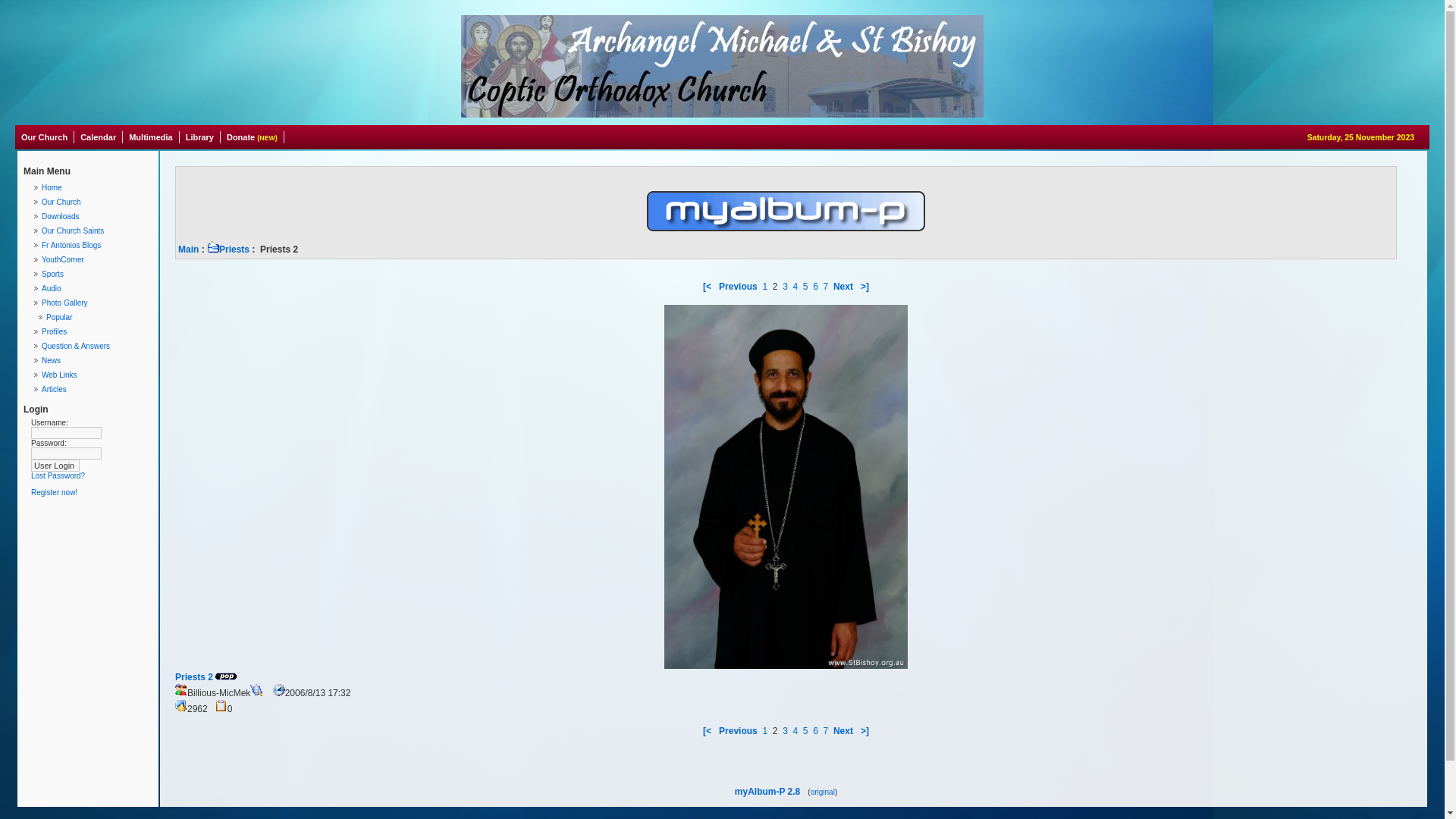  Describe the element at coordinates (843, 287) in the screenshot. I see `'Next'` at that location.